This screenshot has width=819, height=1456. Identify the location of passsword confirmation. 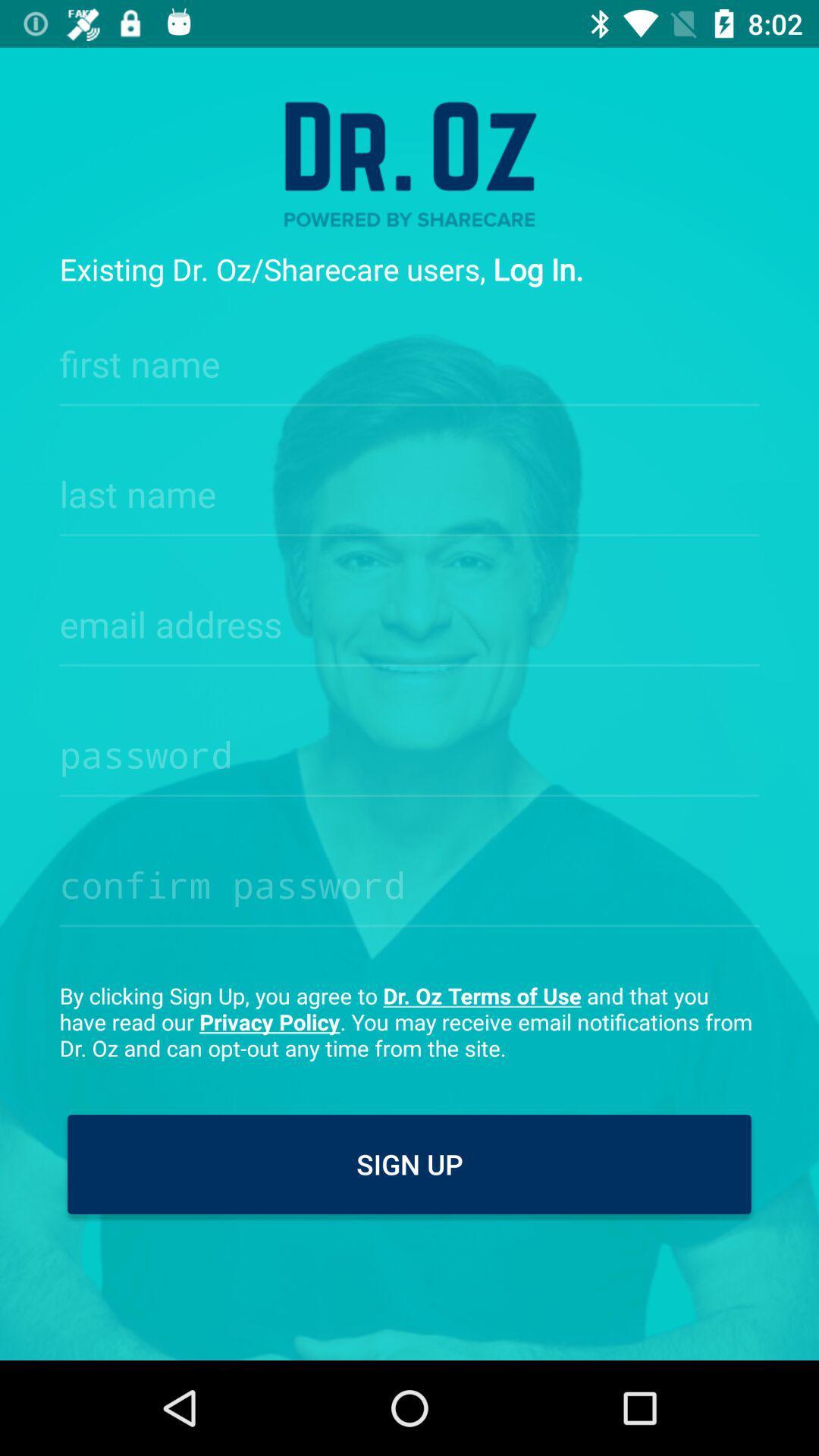
(409, 880).